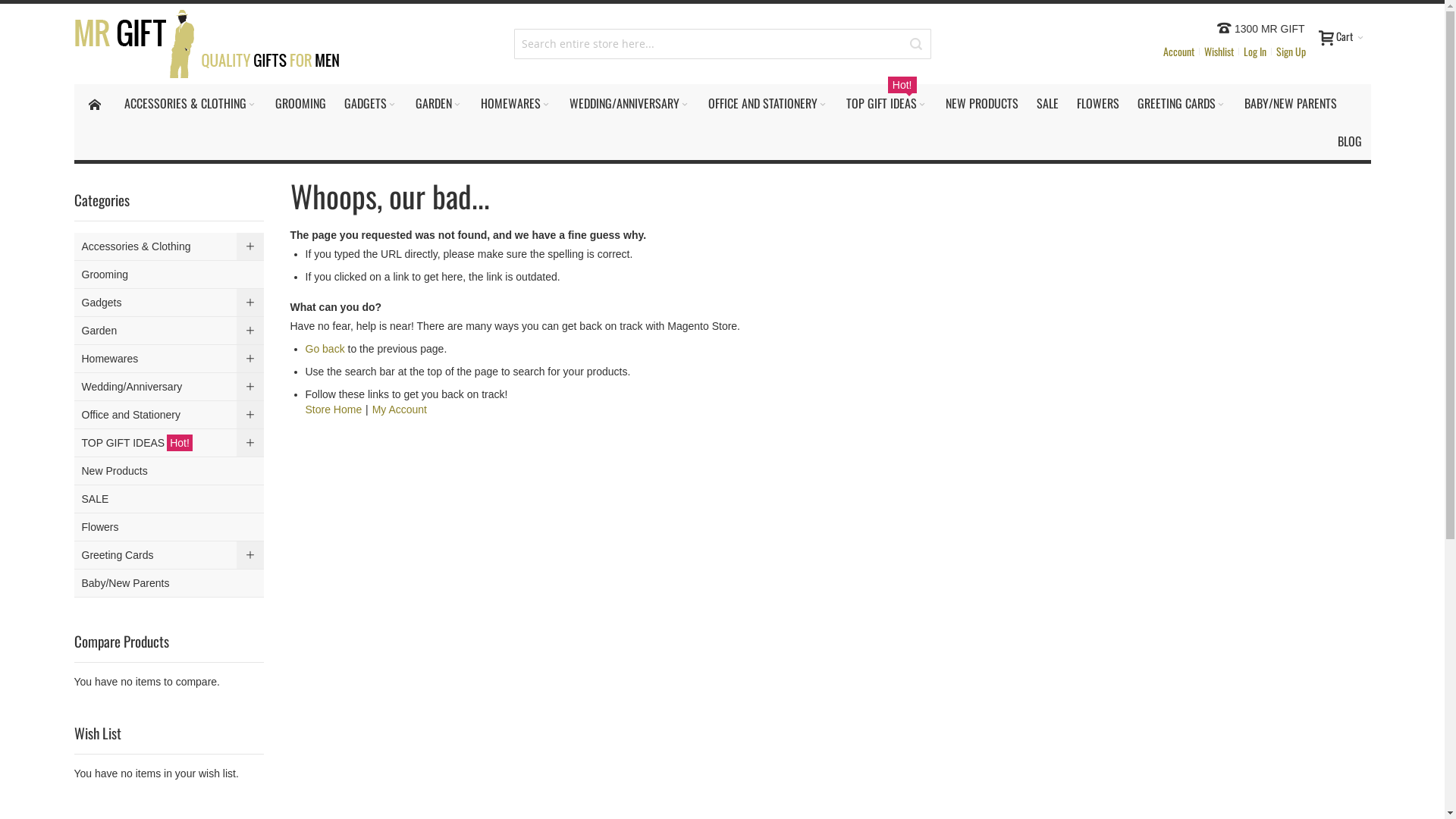 The width and height of the screenshot is (1456, 819). I want to click on 'New Products', so click(169, 470).